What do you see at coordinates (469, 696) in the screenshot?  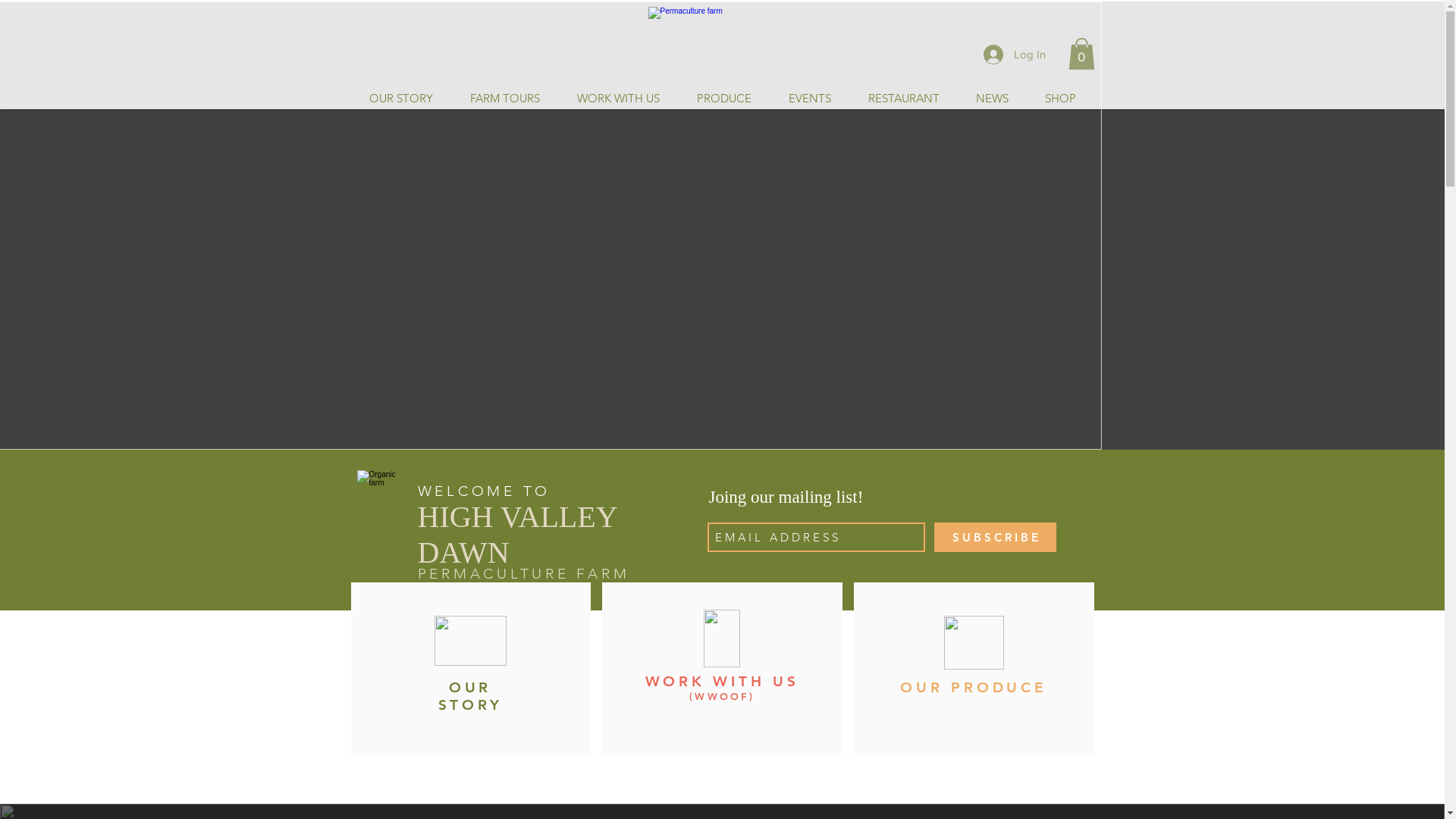 I see `'OUR STORY'` at bounding box center [469, 696].